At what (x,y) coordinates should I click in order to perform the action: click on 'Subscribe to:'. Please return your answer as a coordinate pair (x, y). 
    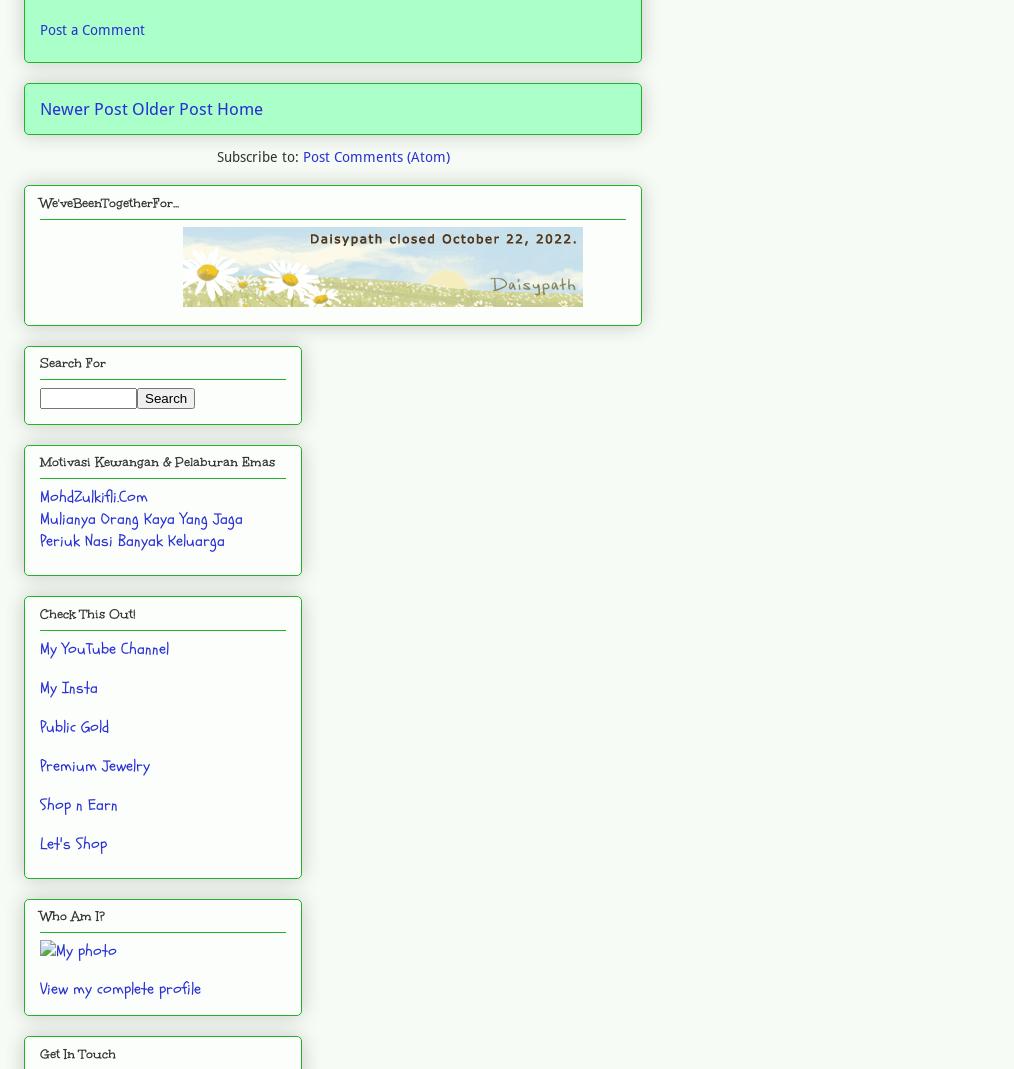
    Looking at the image, I should click on (258, 157).